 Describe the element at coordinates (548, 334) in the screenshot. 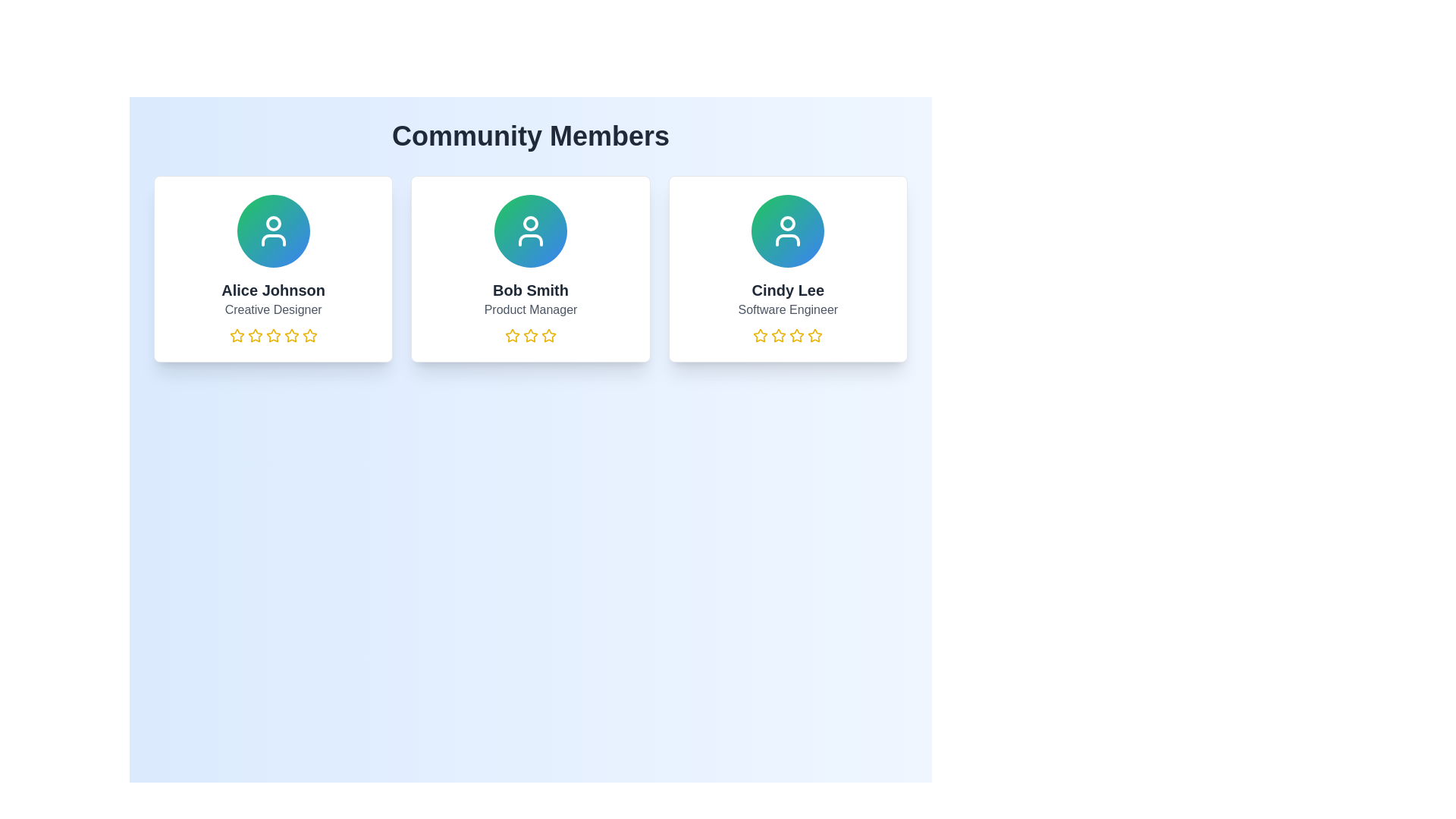

I see `the third star icon filled with yellow color under 'Bob Smith'` at that location.